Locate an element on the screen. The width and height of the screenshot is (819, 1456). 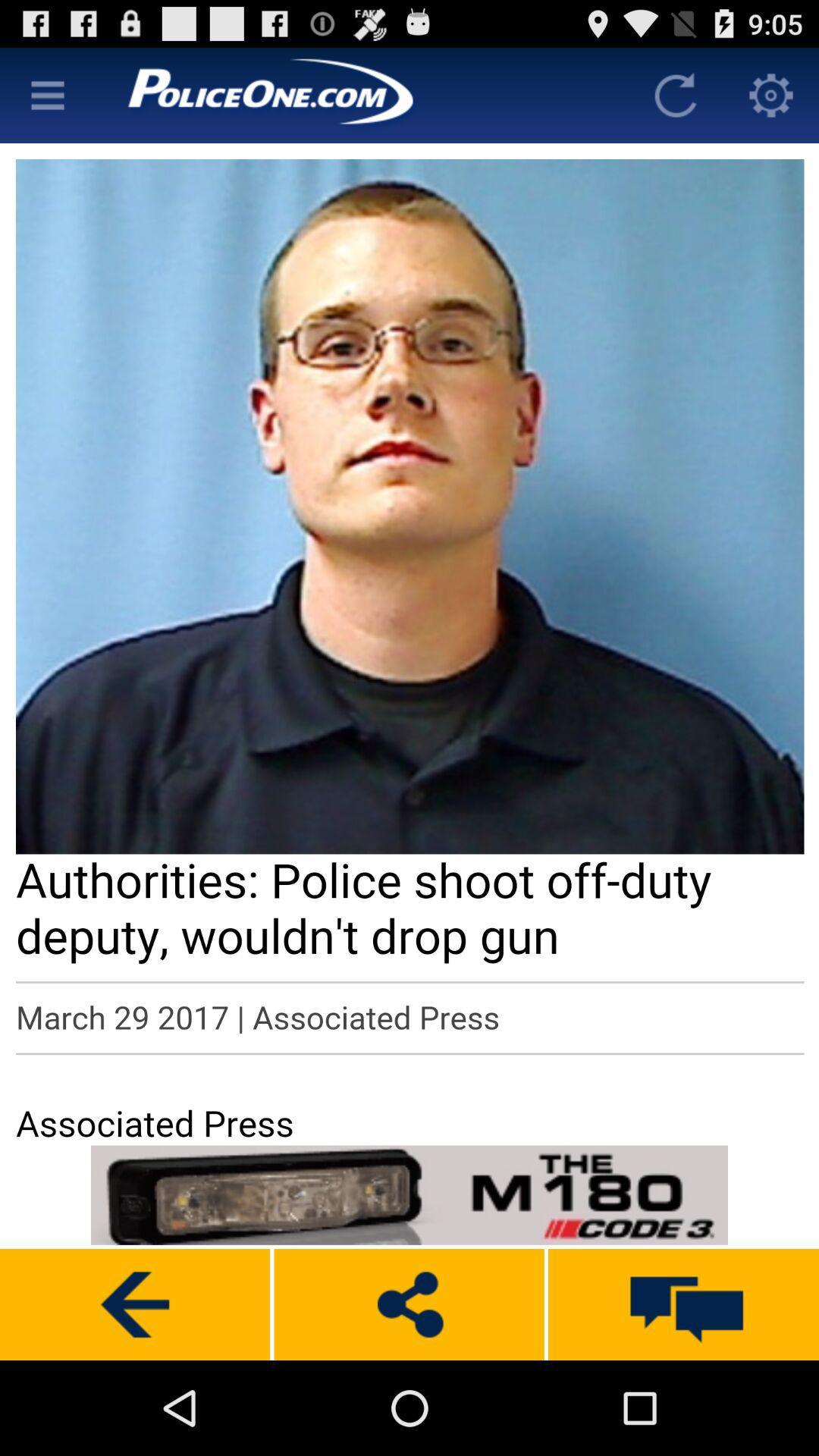
visit advertisement is located at coordinates (409, 1194).